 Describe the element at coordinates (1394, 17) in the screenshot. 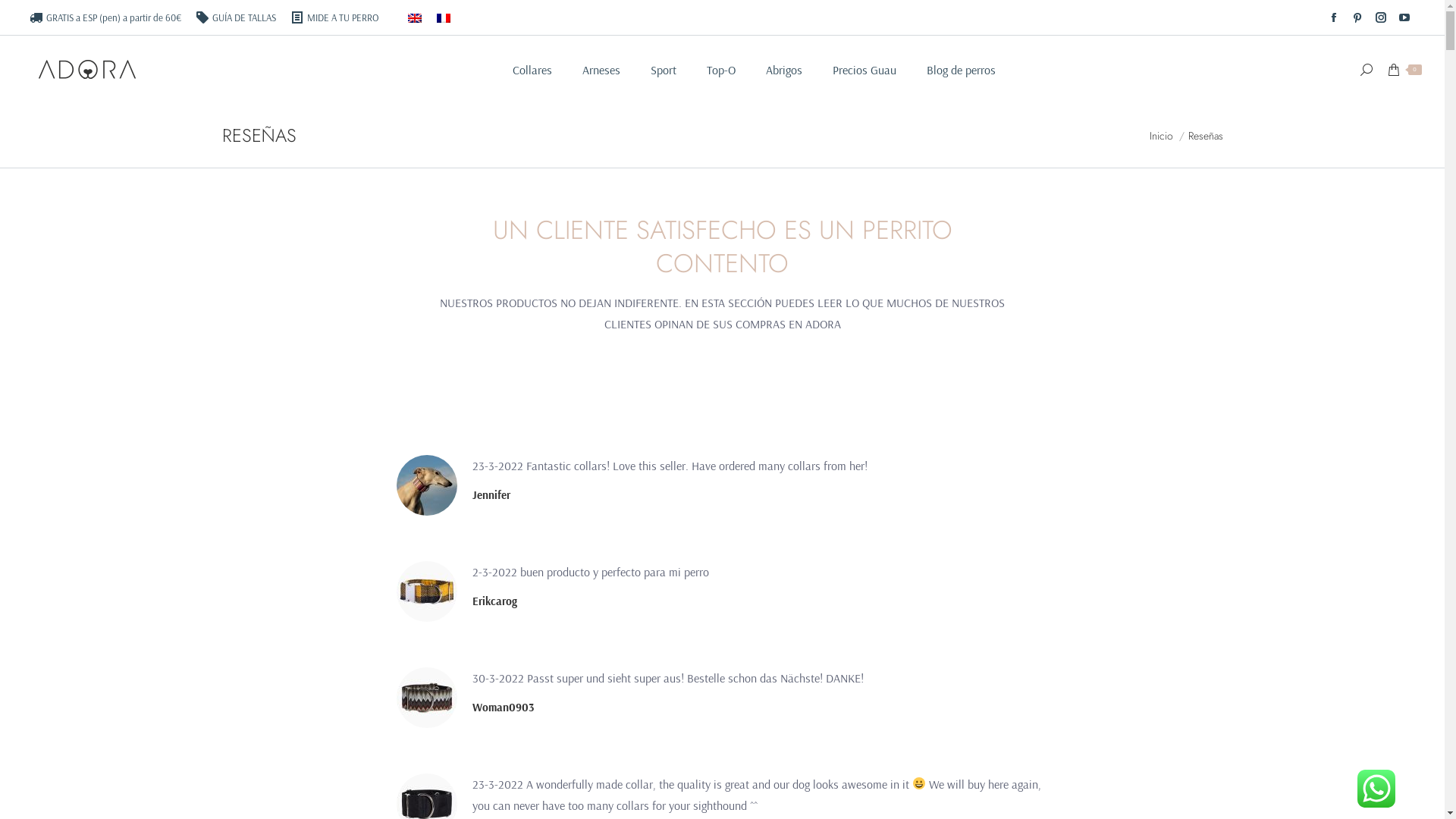

I see `'YouTube page opens in new window'` at that location.